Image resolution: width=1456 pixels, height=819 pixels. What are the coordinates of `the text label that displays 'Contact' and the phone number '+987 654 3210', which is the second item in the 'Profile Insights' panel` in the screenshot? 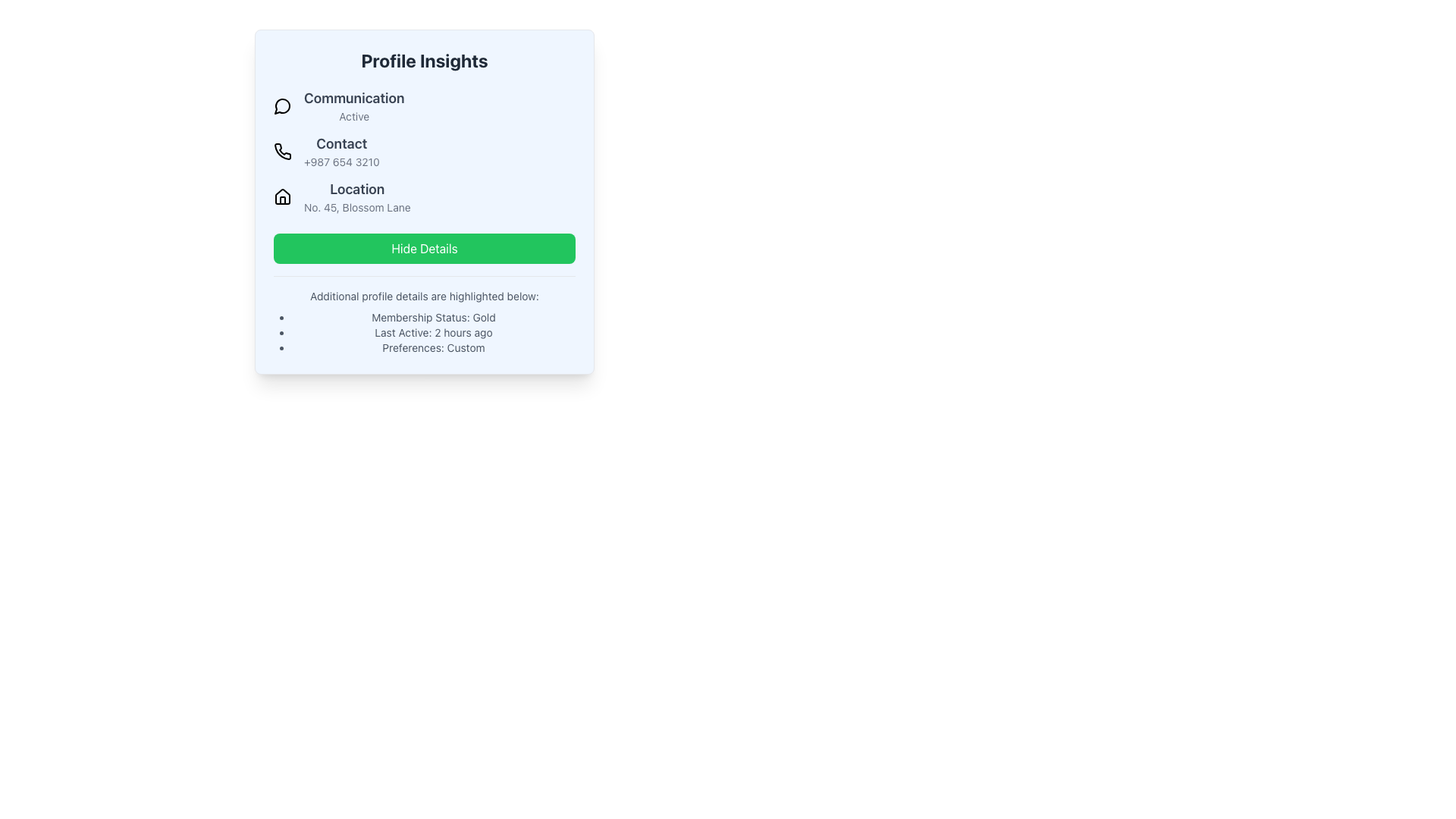 It's located at (340, 152).